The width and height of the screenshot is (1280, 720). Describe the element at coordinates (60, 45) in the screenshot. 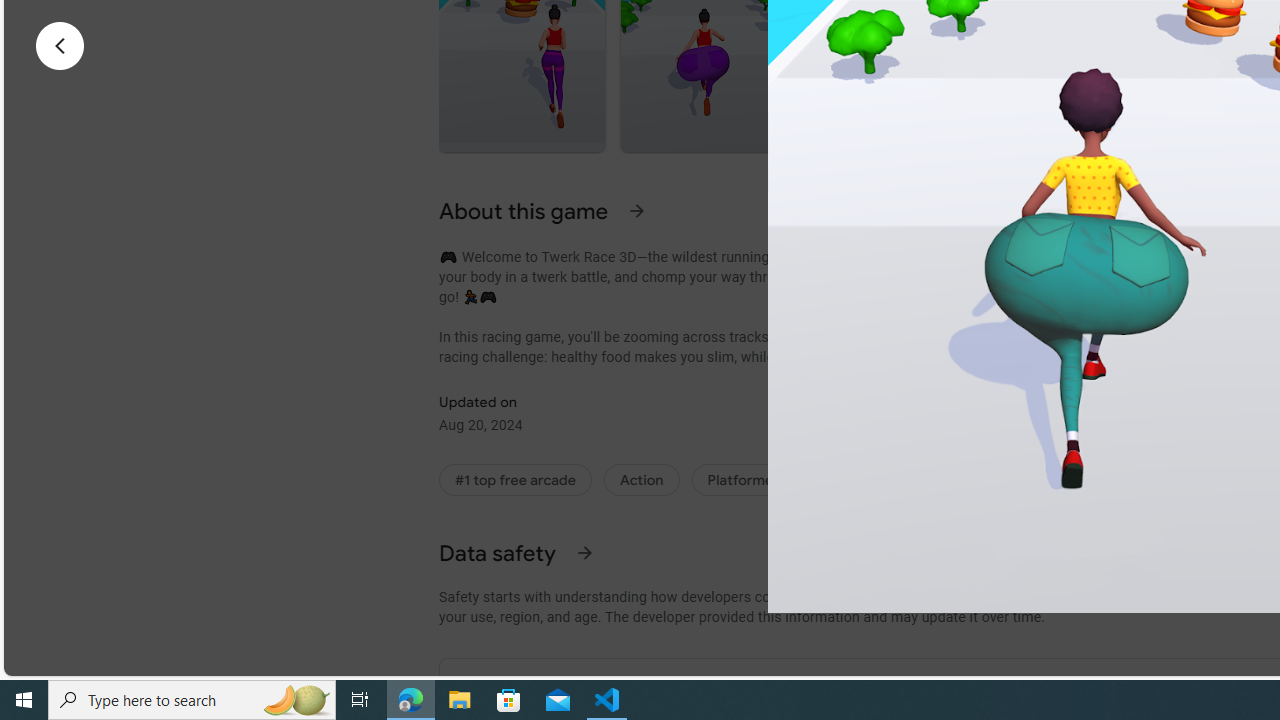

I see `'Previous'` at that location.